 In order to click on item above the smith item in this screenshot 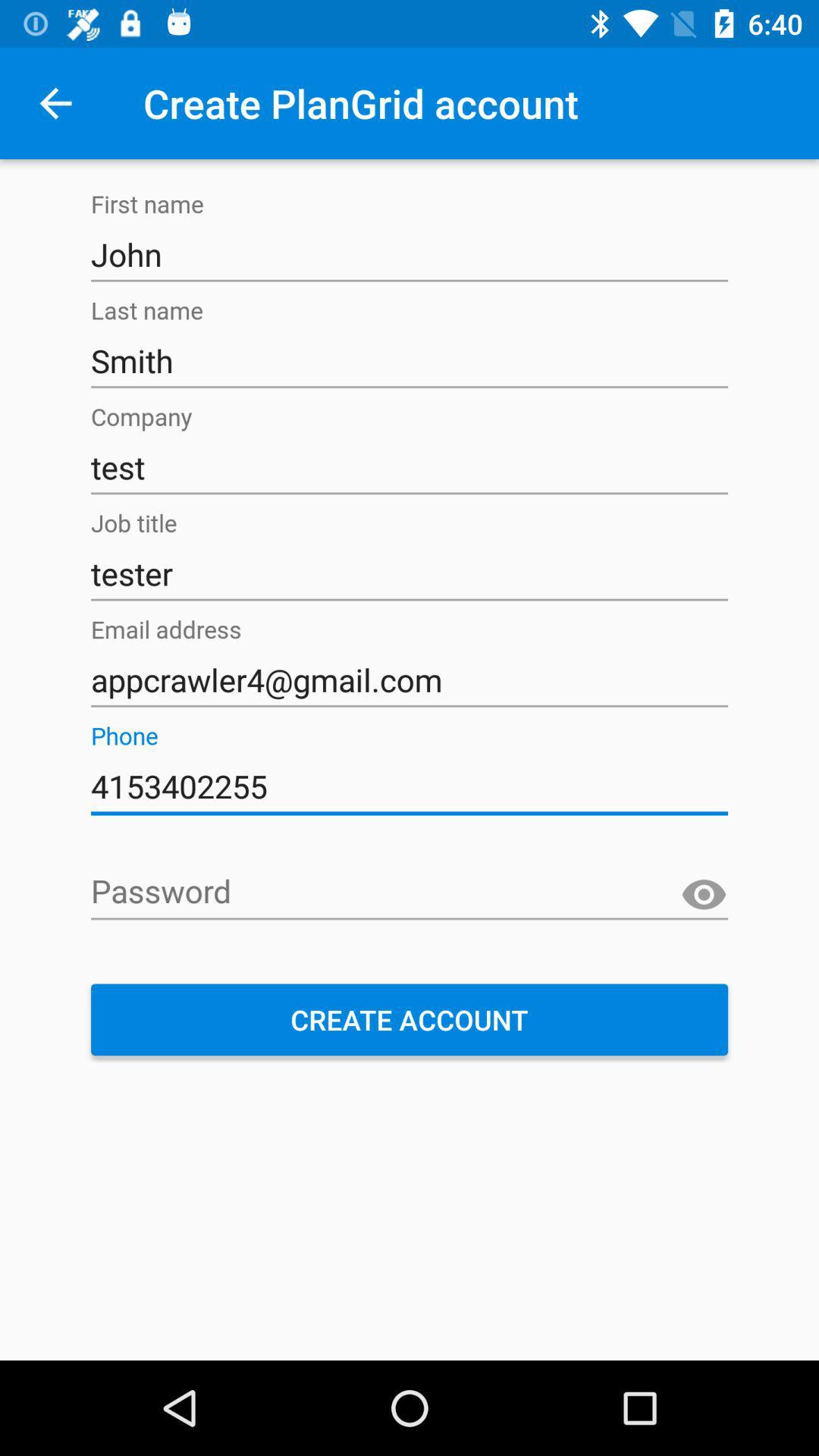, I will do `click(409, 255)`.